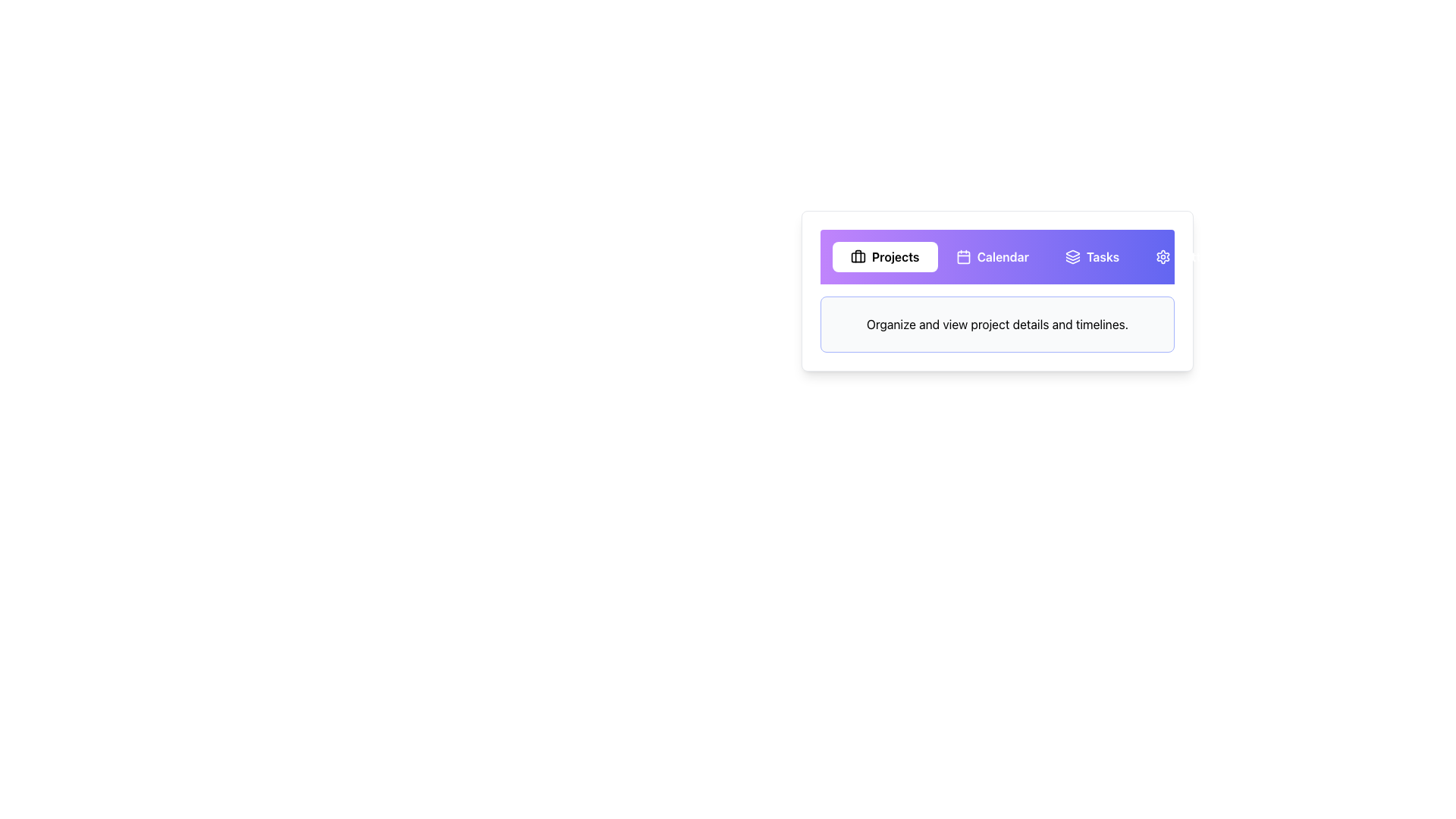 Image resolution: width=1456 pixels, height=819 pixels. Describe the element at coordinates (885, 256) in the screenshot. I see `the 'Projects' button` at that location.